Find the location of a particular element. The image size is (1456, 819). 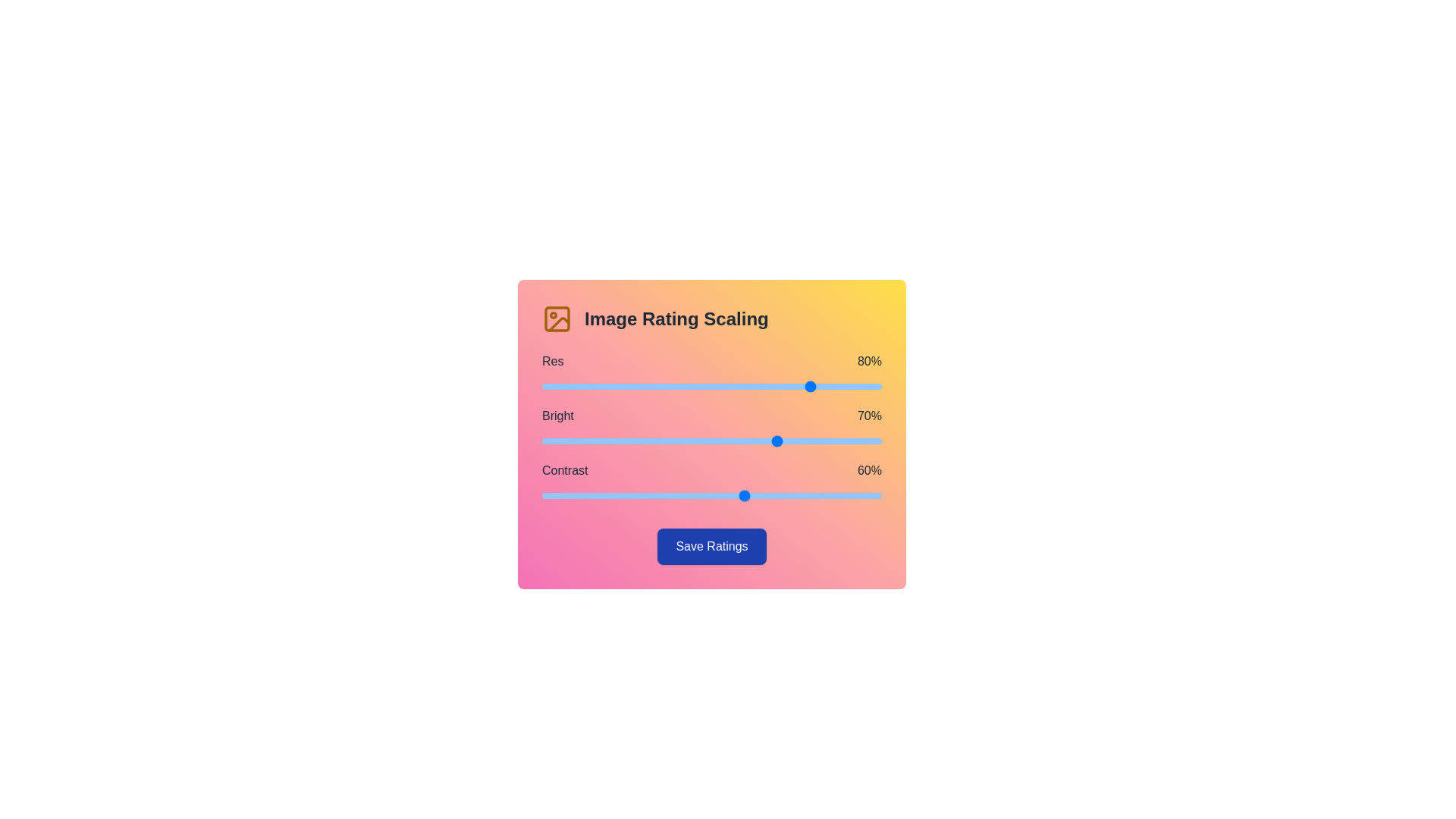

the contrast is located at coordinates (739, 496).